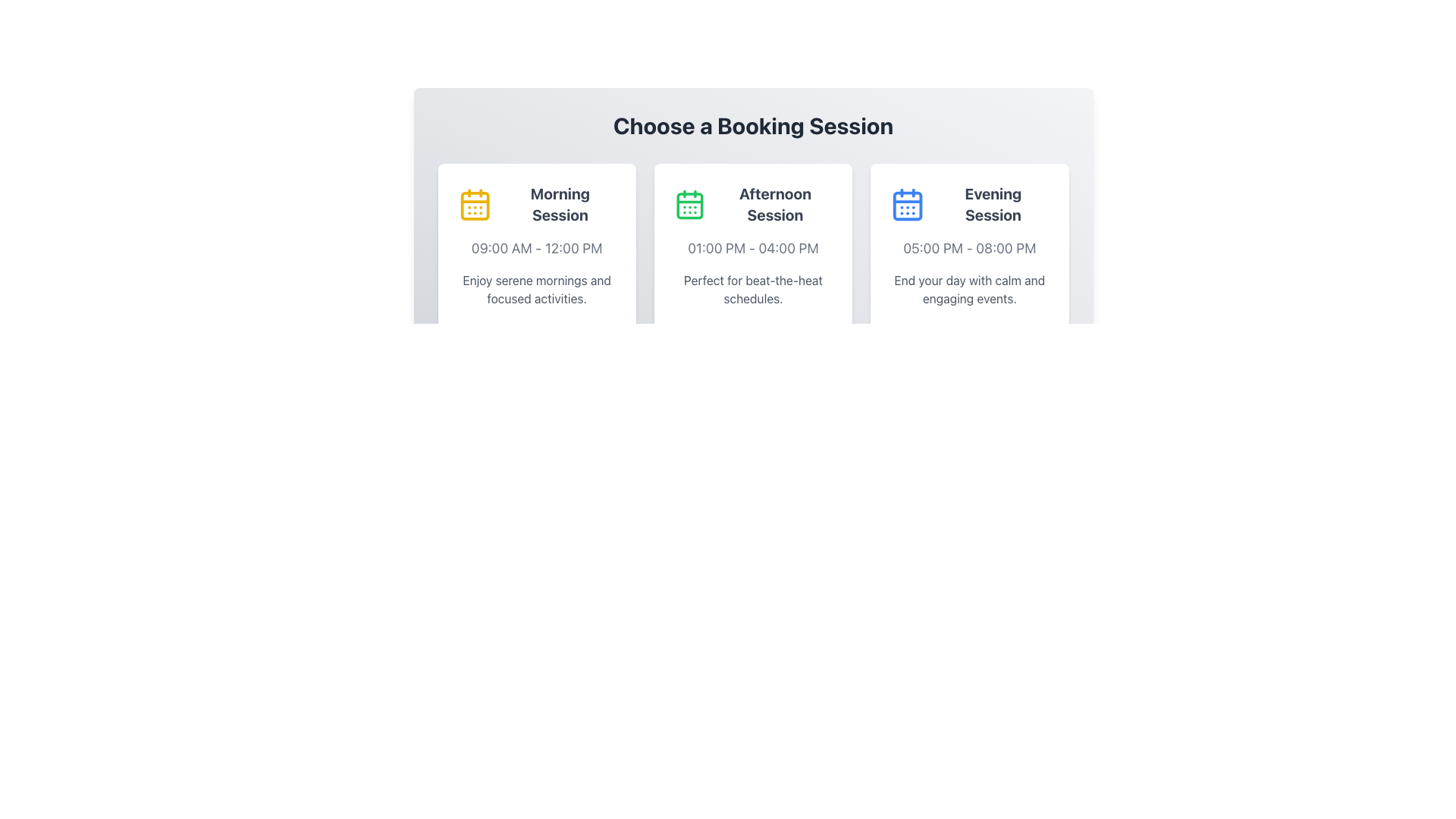 This screenshot has height=819, width=1456. I want to click on text from the 'Morning Session' label, which is displayed in bold, large dark gray font and is centrally located in the first column of the session options, so click(559, 205).